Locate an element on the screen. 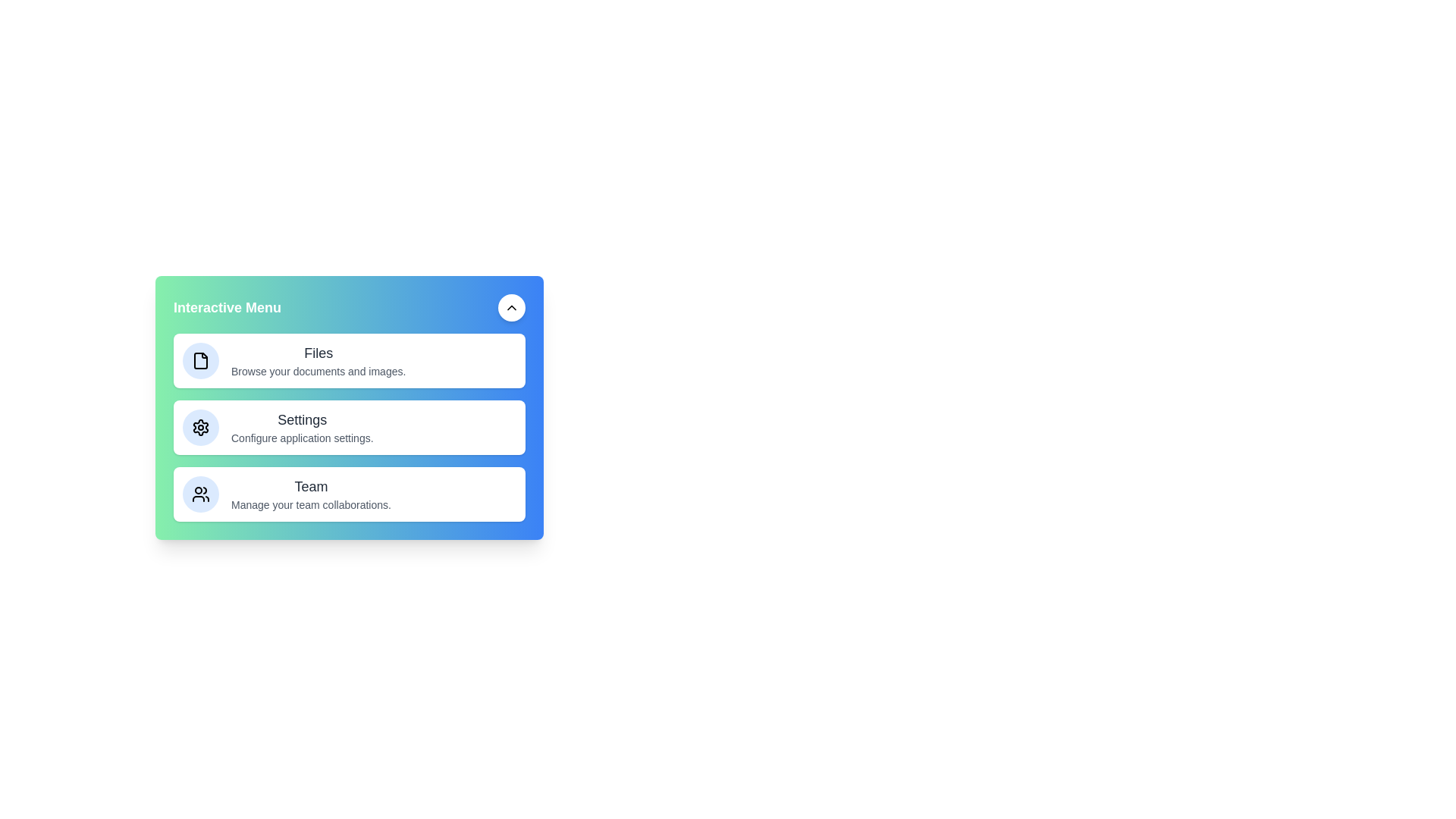 The height and width of the screenshot is (819, 1456). the 'Team' option in the menu is located at coordinates (309, 494).